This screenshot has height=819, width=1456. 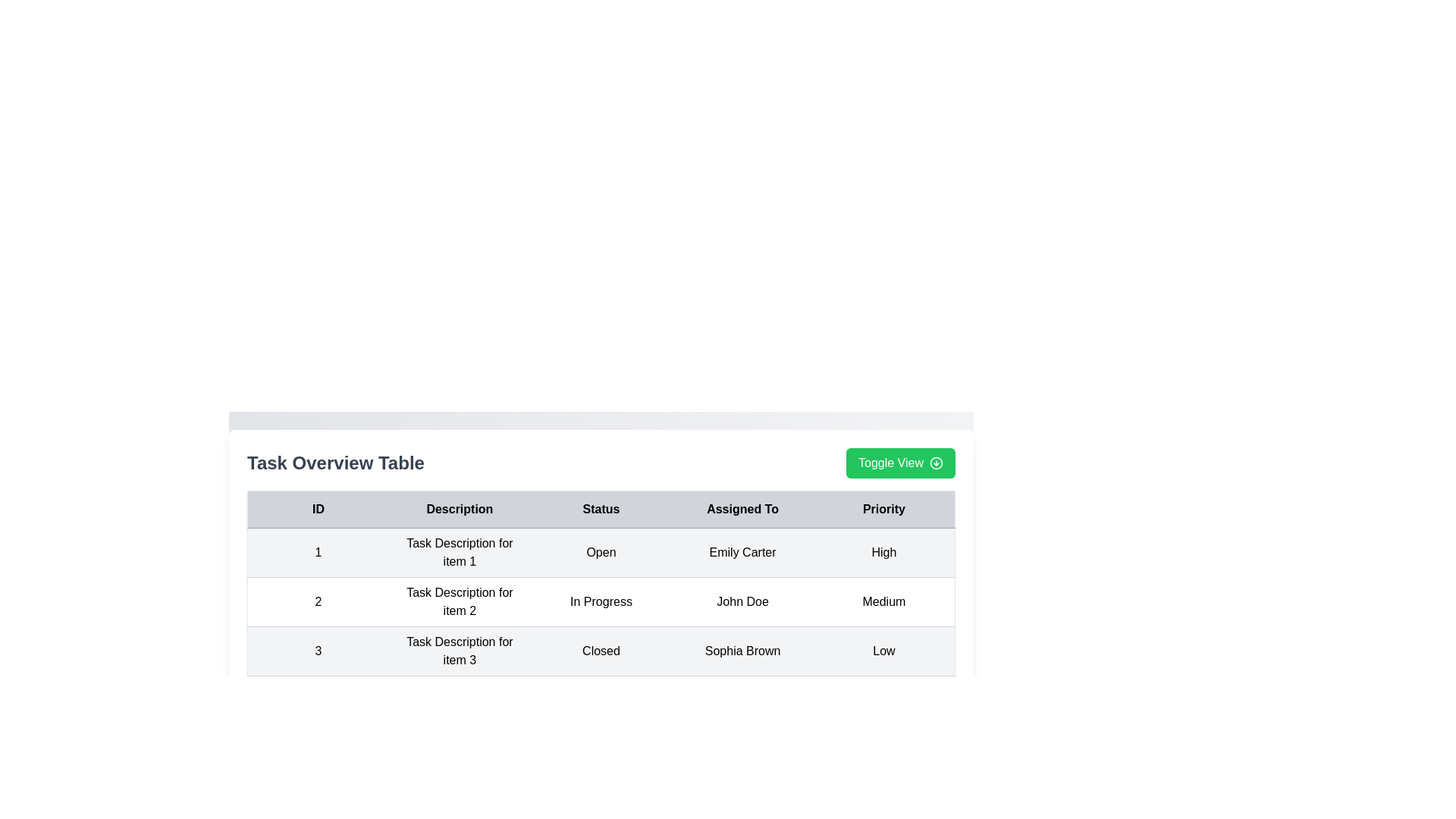 I want to click on 'Toggle View' button to toggle the visibility of the details panel, so click(x=901, y=462).